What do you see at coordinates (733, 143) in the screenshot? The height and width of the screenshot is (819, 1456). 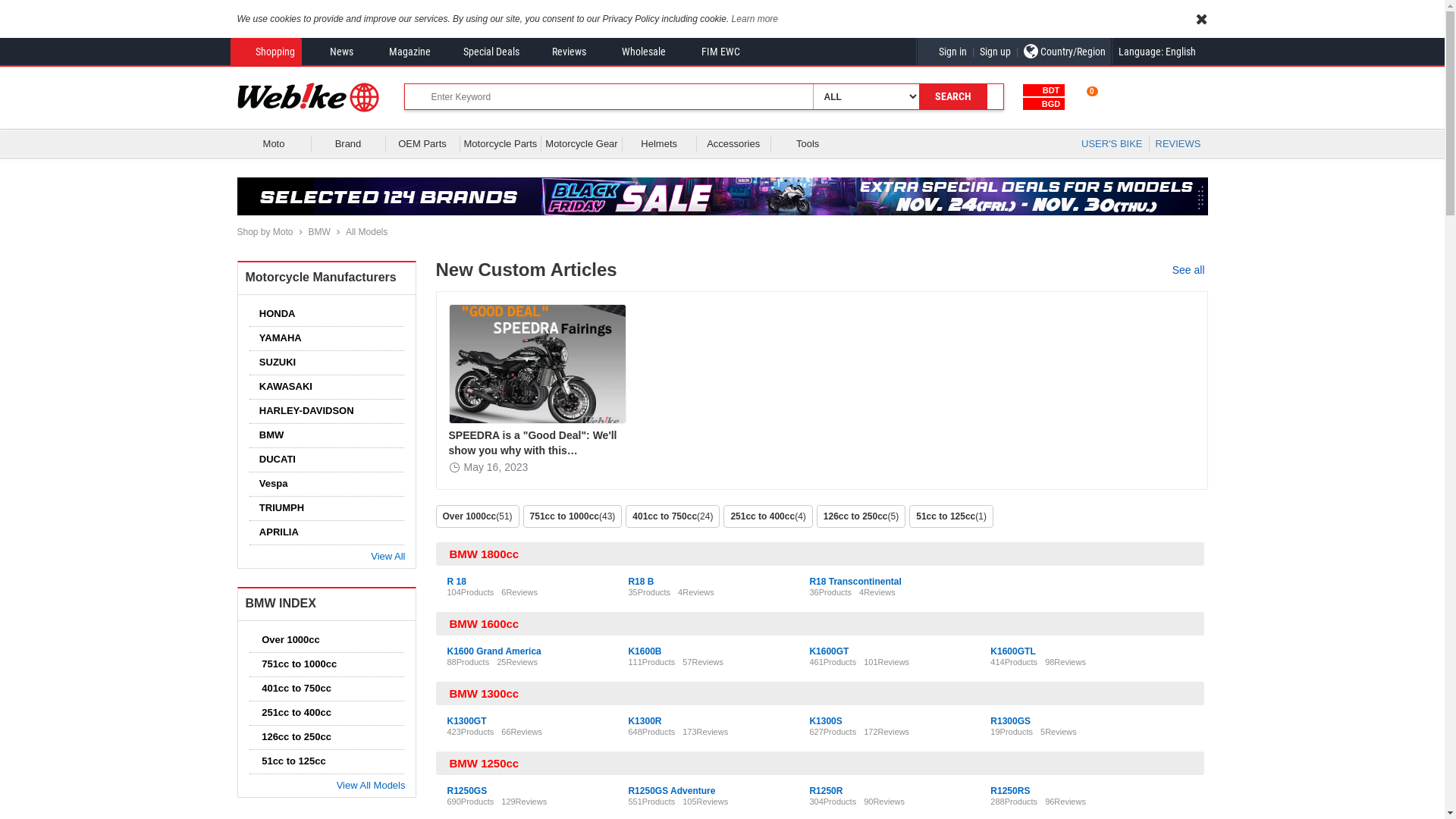 I see `'Accessories'` at bounding box center [733, 143].